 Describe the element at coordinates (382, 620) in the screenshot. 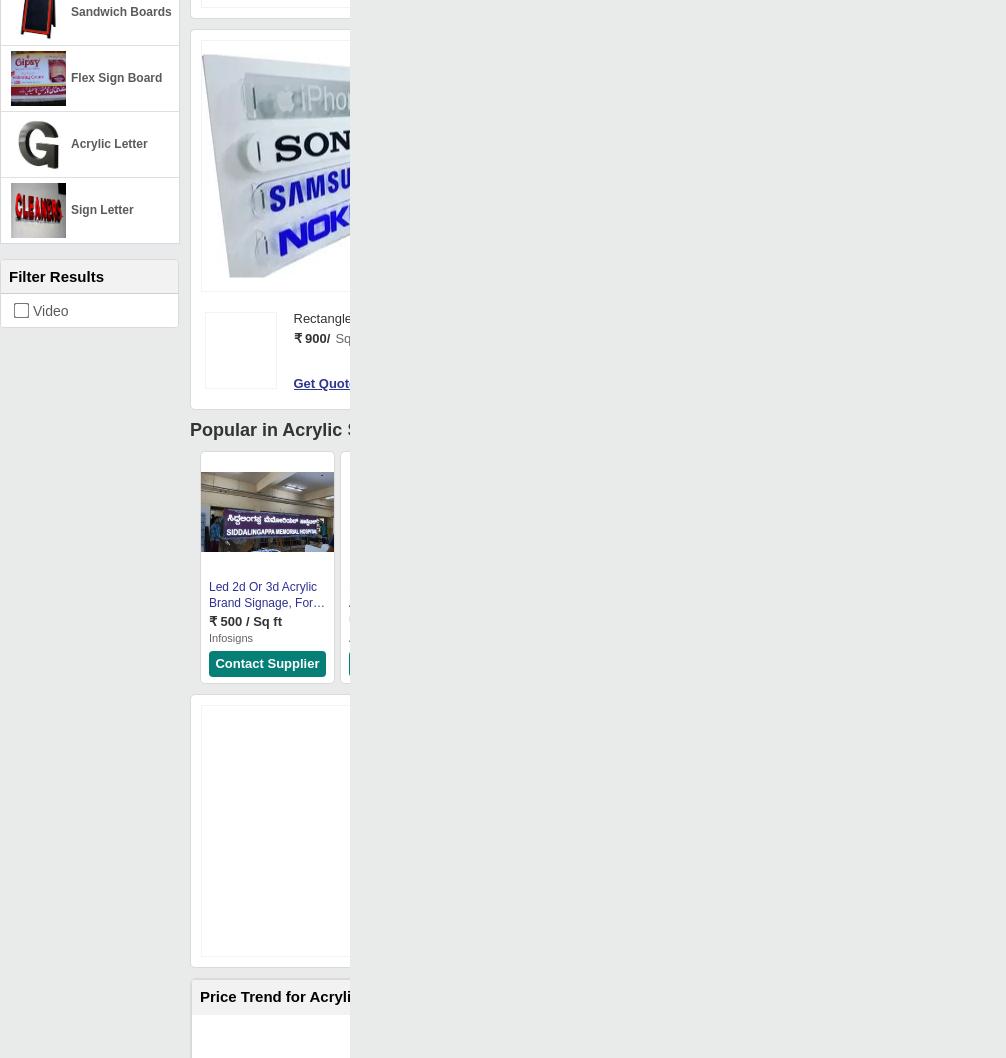

I see `'₹ 100 / Inch'` at that location.